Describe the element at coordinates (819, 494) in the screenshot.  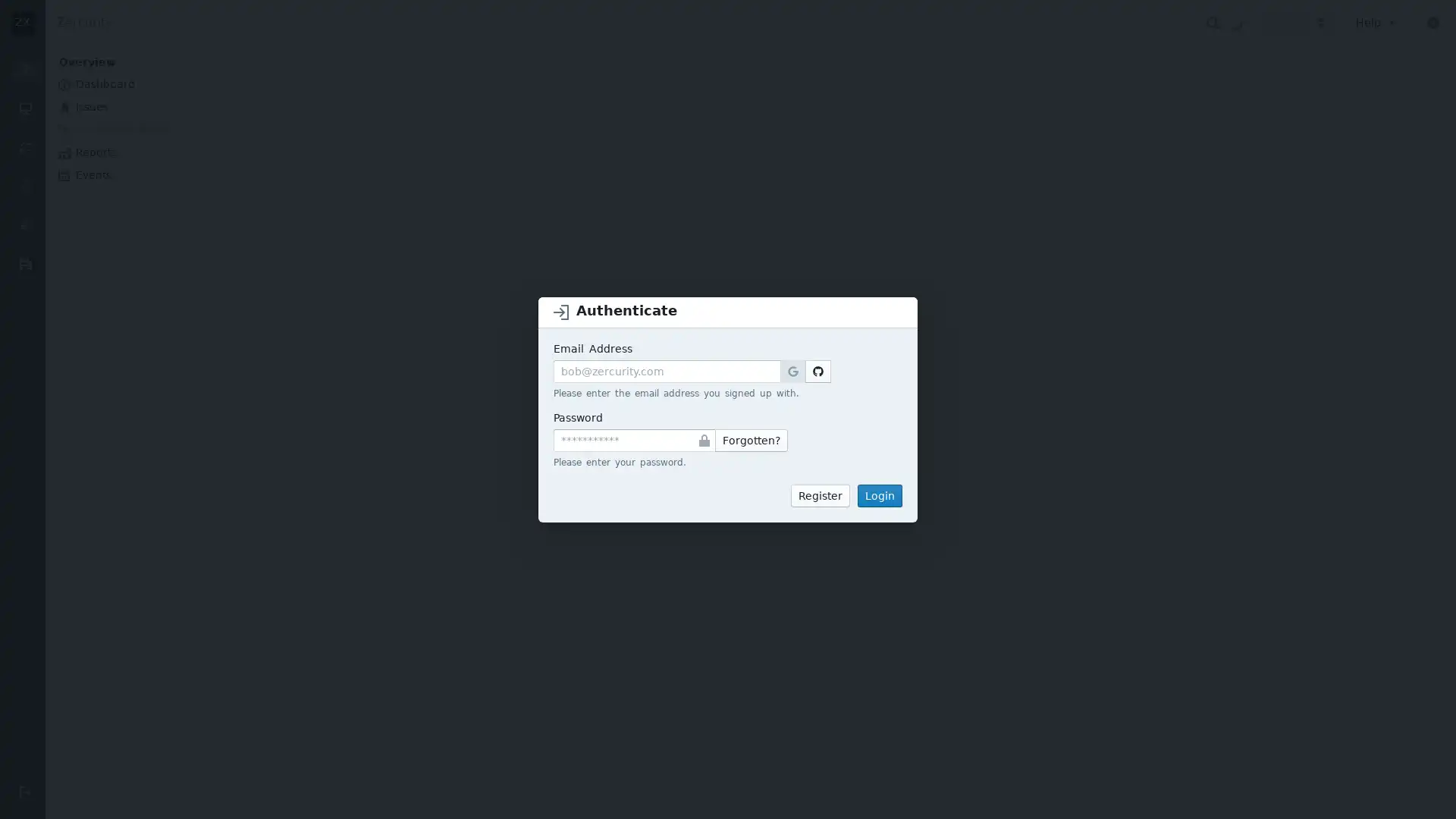
I see `Register` at that location.